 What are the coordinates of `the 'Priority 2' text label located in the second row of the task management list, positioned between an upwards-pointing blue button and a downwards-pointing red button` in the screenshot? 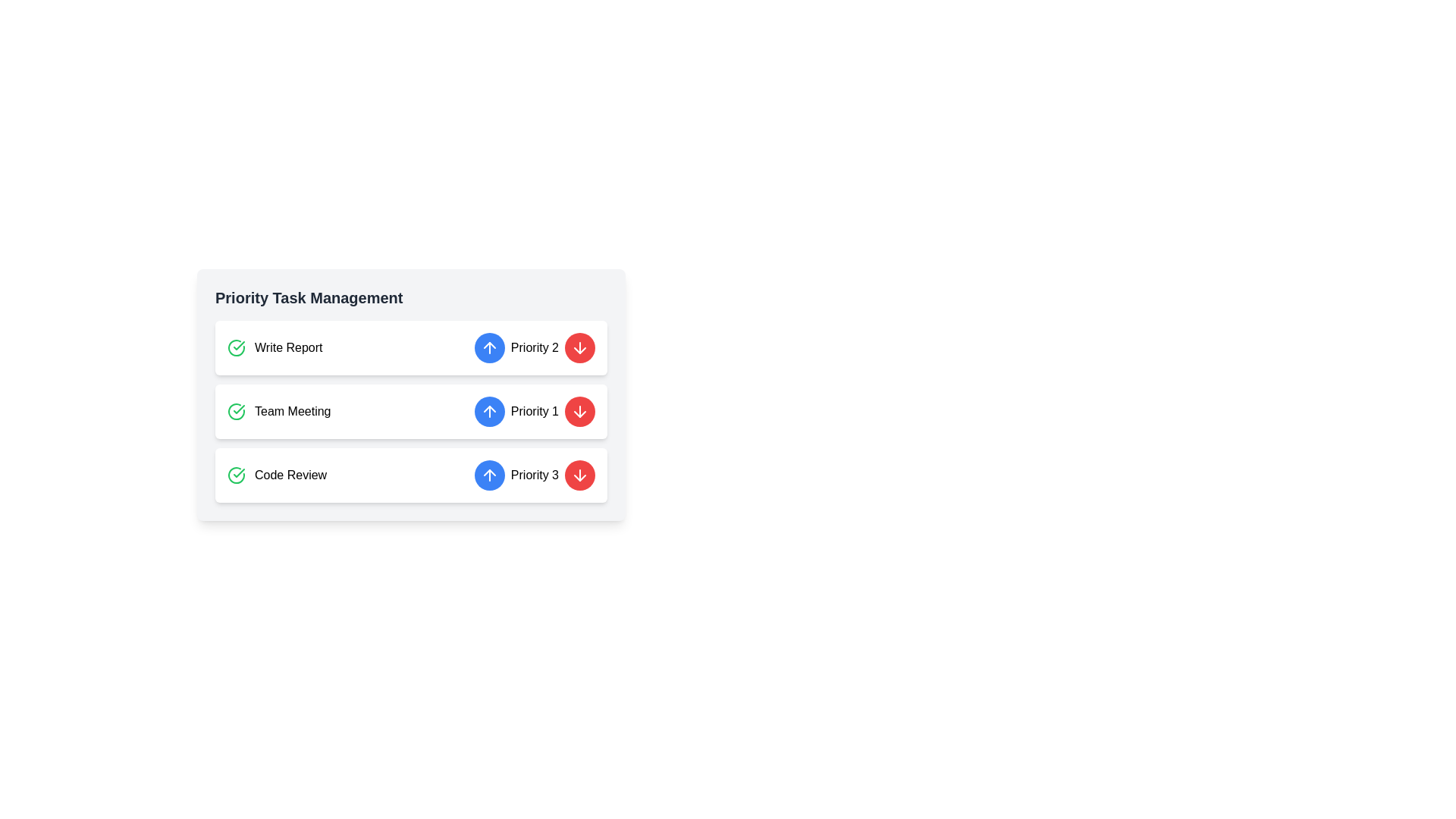 It's located at (535, 348).